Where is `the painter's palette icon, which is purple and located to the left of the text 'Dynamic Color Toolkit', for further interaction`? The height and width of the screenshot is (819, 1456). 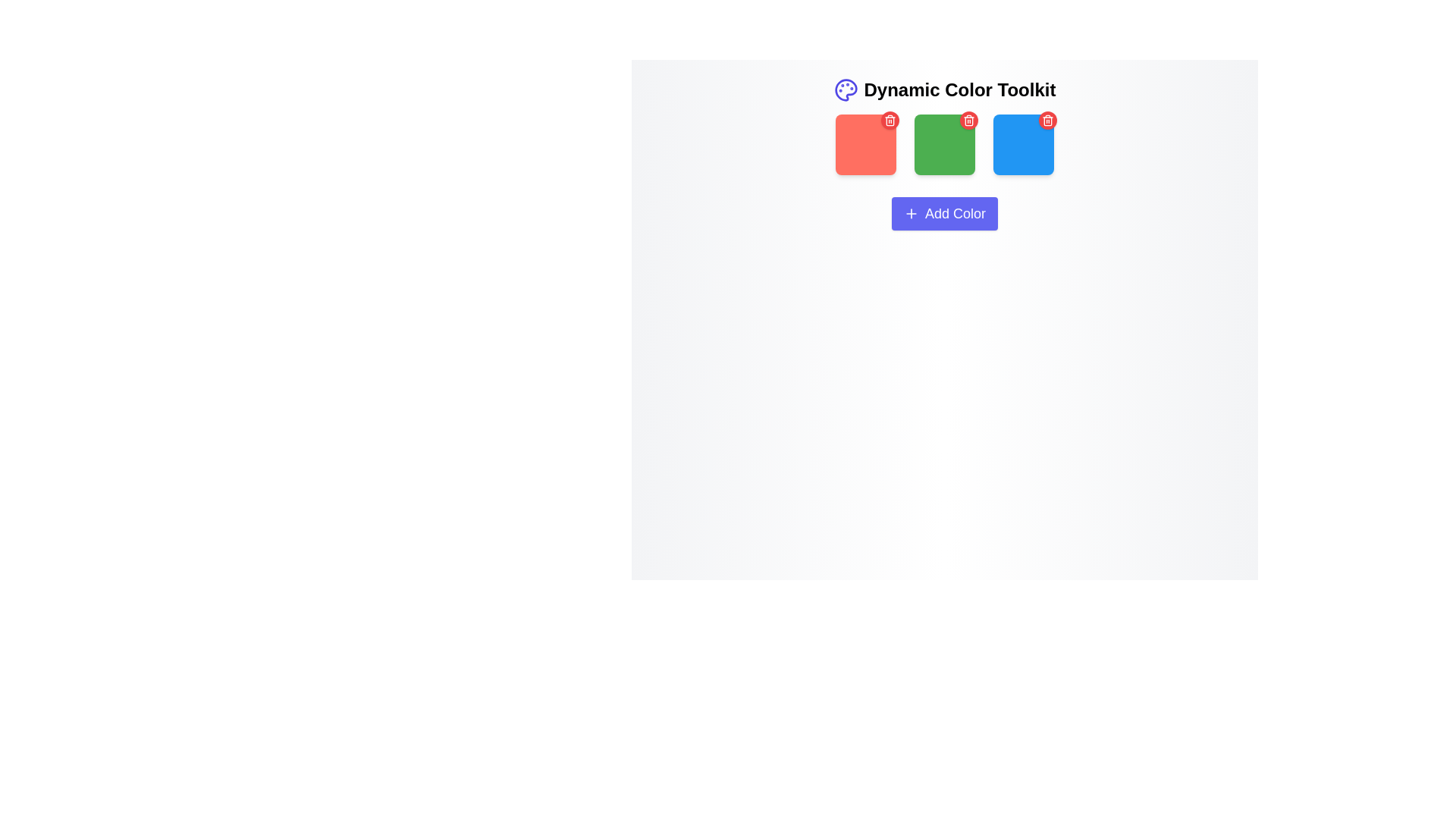
the painter's palette icon, which is purple and located to the left of the text 'Dynamic Color Toolkit', for further interaction is located at coordinates (845, 90).